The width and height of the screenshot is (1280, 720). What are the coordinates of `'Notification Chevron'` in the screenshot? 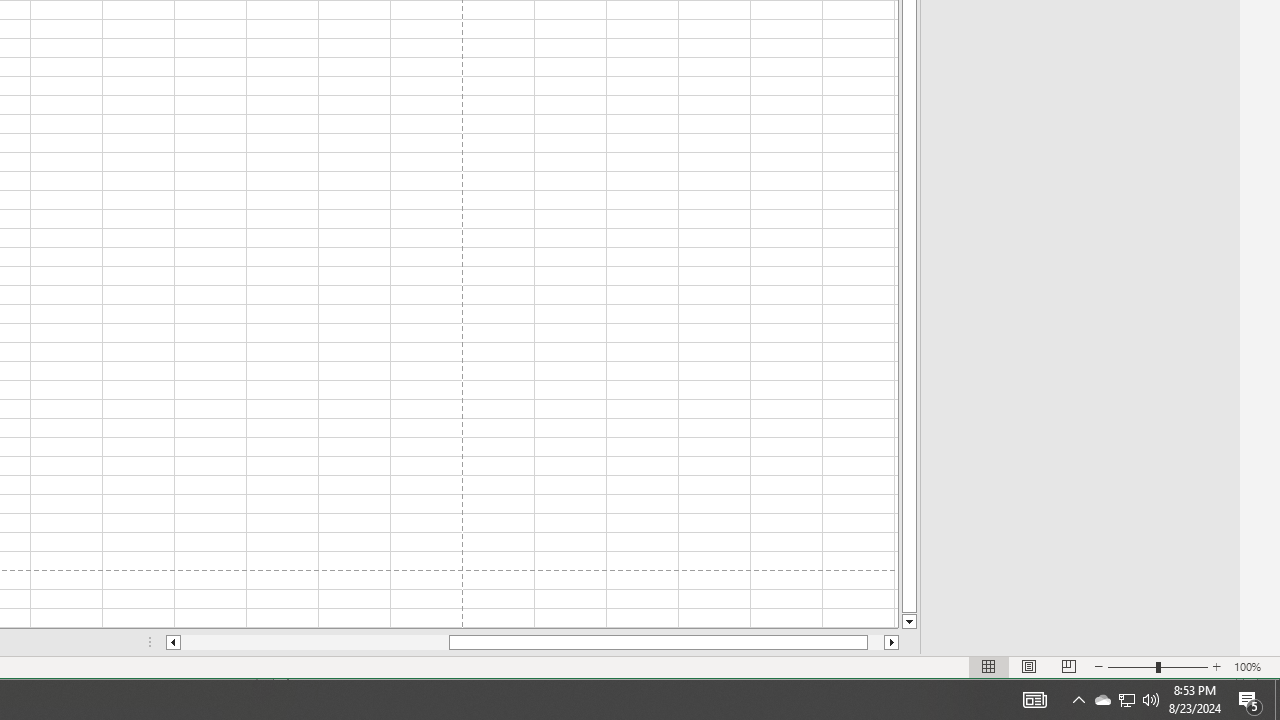 It's located at (1078, 698).